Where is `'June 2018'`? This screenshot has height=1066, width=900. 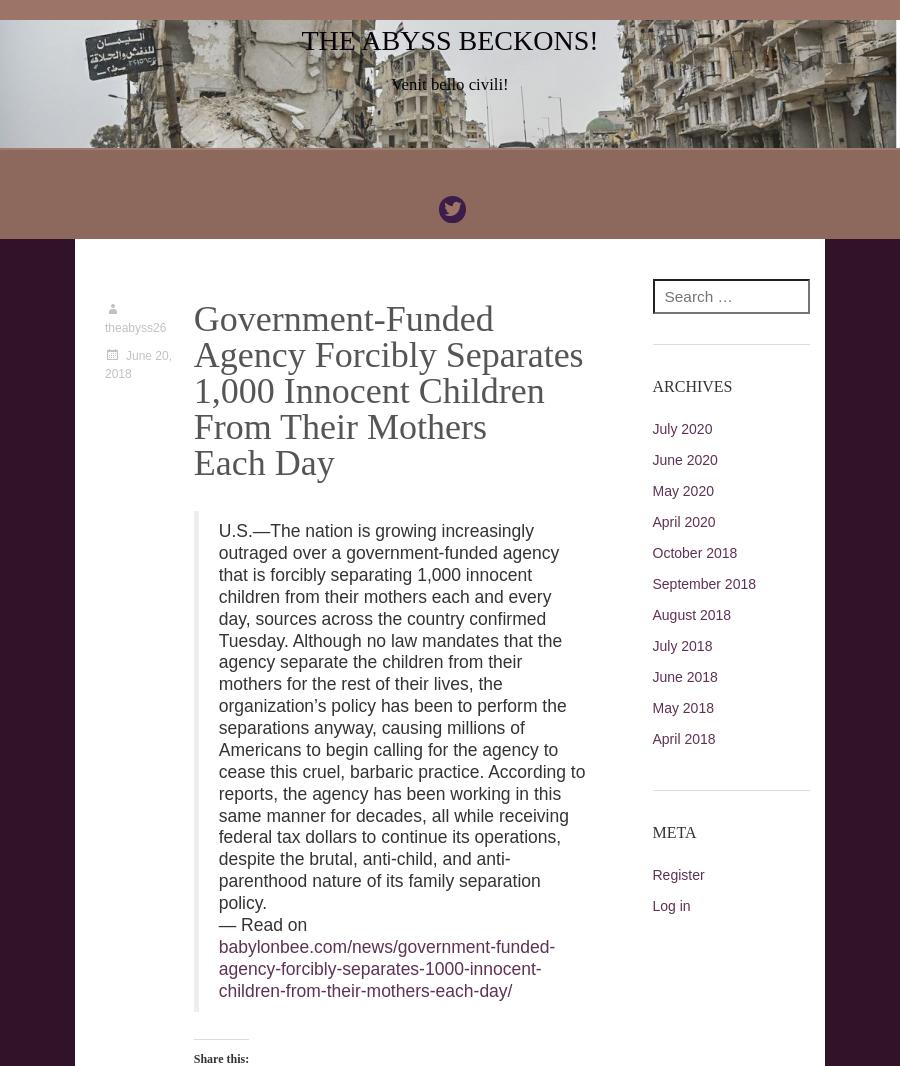
'June 2018' is located at coordinates (651, 676).